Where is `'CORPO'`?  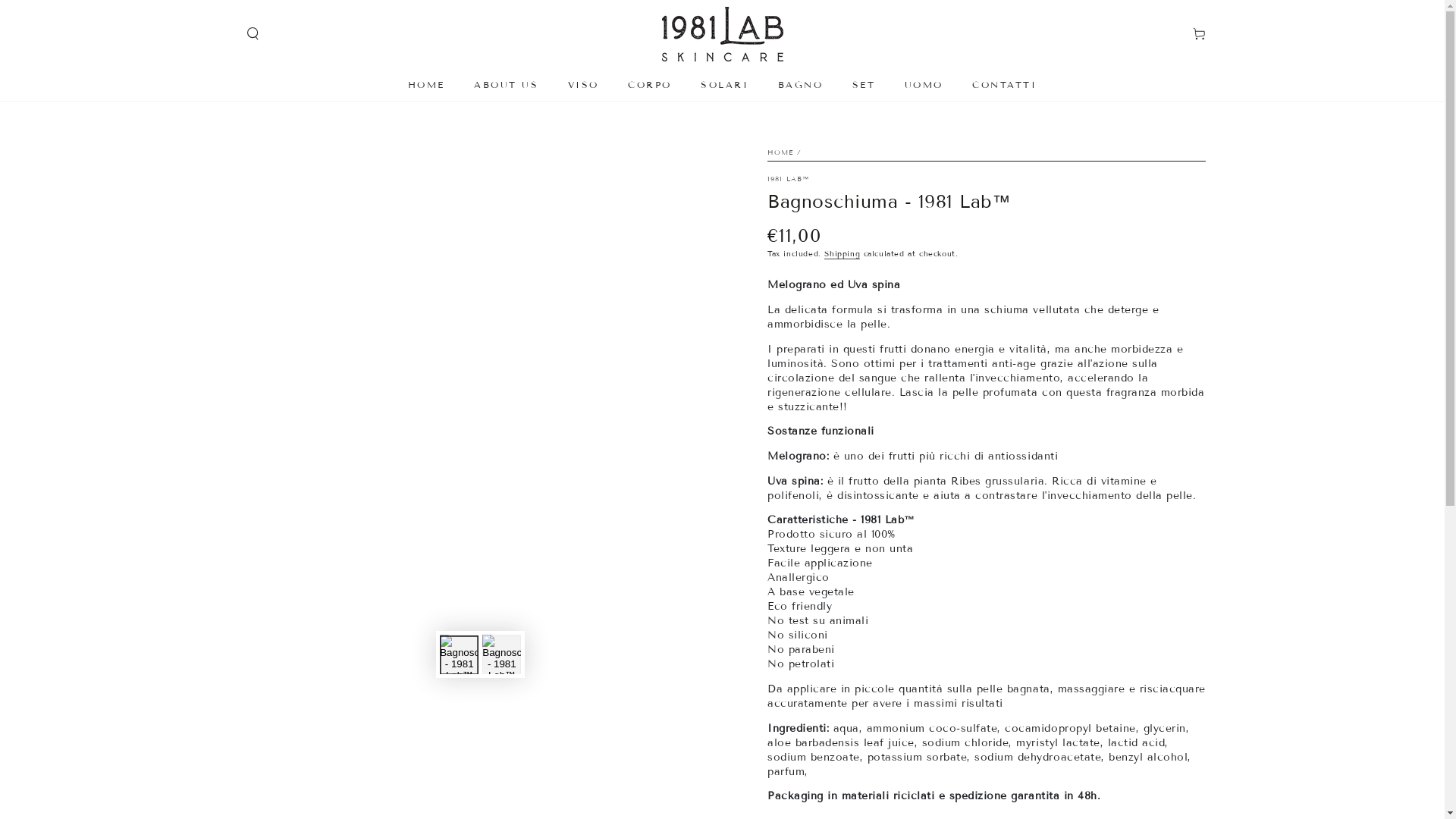 'CORPO' is located at coordinates (618, 84).